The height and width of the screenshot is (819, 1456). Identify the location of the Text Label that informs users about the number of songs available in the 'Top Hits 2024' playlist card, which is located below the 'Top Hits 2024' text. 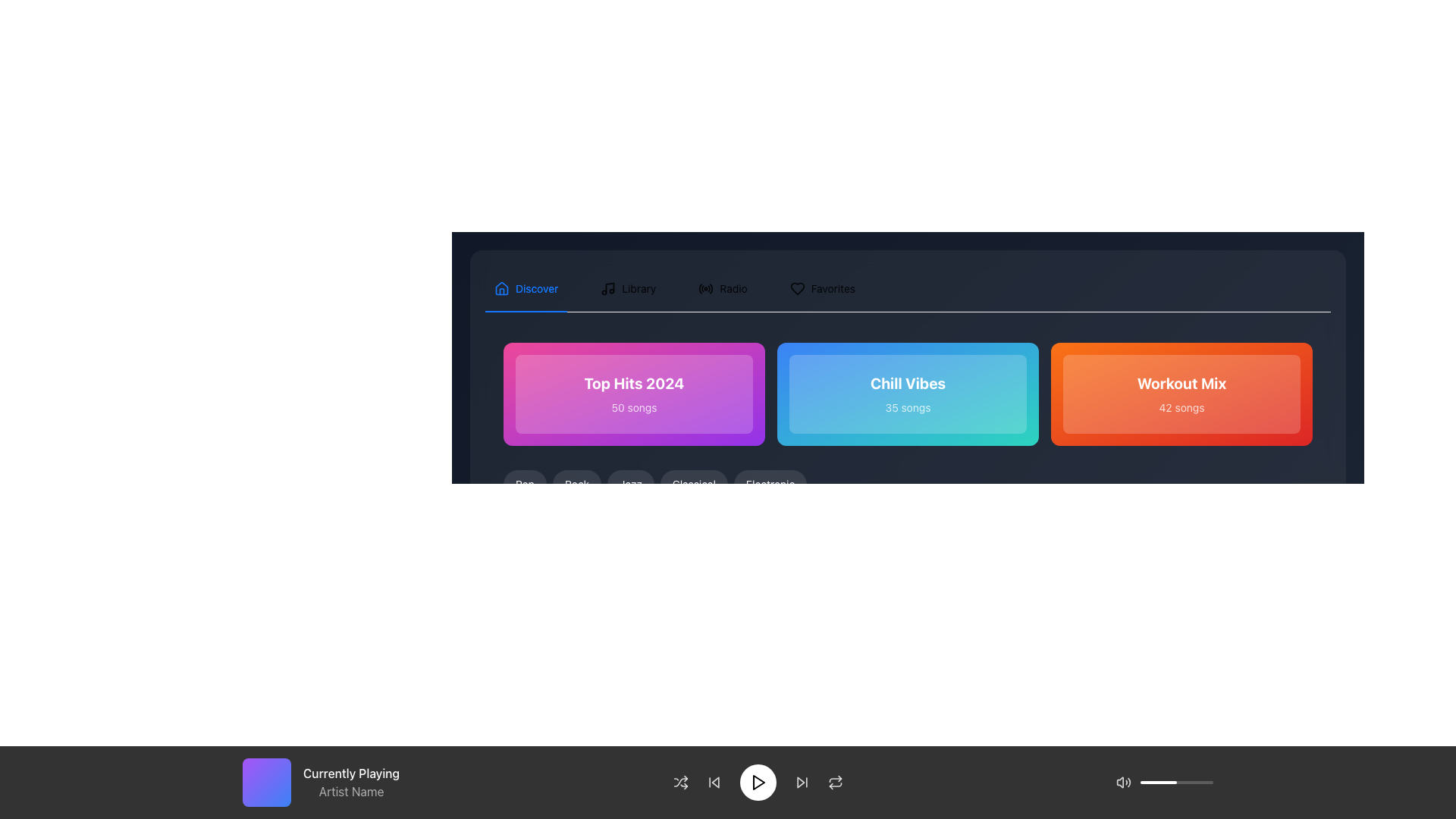
(634, 406).